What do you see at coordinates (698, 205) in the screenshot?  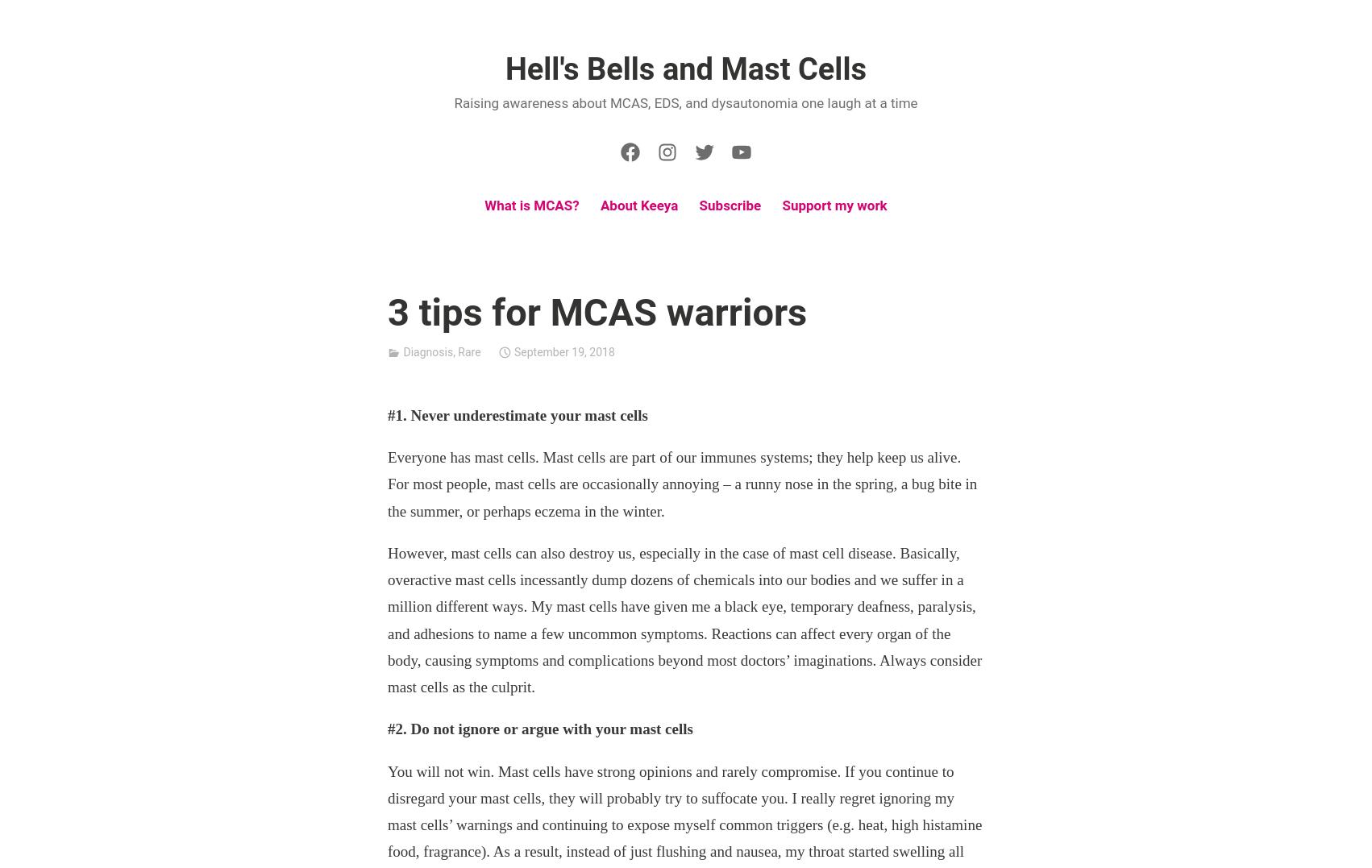 I see `'Subscribe'` at bounding box center [698, 205].